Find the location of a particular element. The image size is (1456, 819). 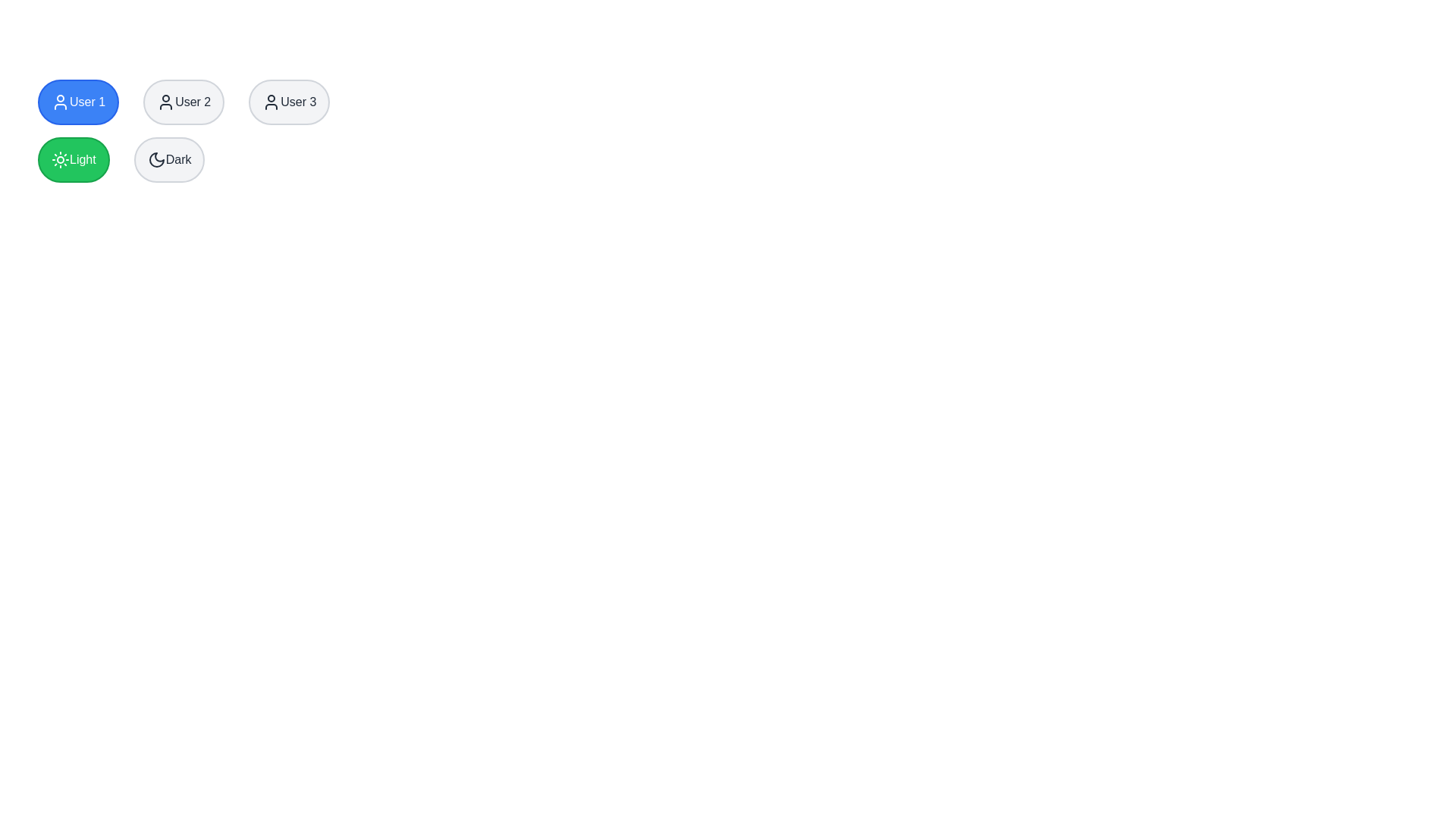

the dark mode icon located inside the 'Dark' button, which is positioned on the lower row of user interaction buttons is located at coordinates (156, 160).